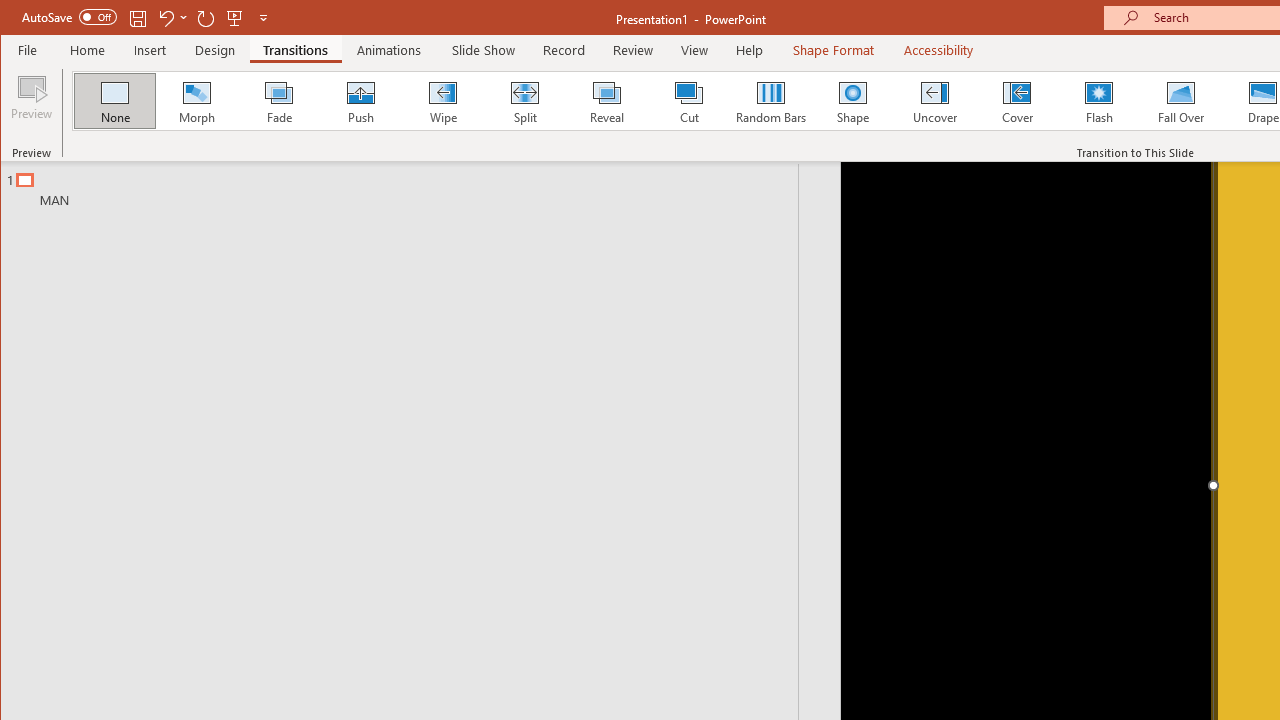 Image resolution: width=1280 pixels, height=720 pixels. I want to click on 'Shape', so click(852, 100).